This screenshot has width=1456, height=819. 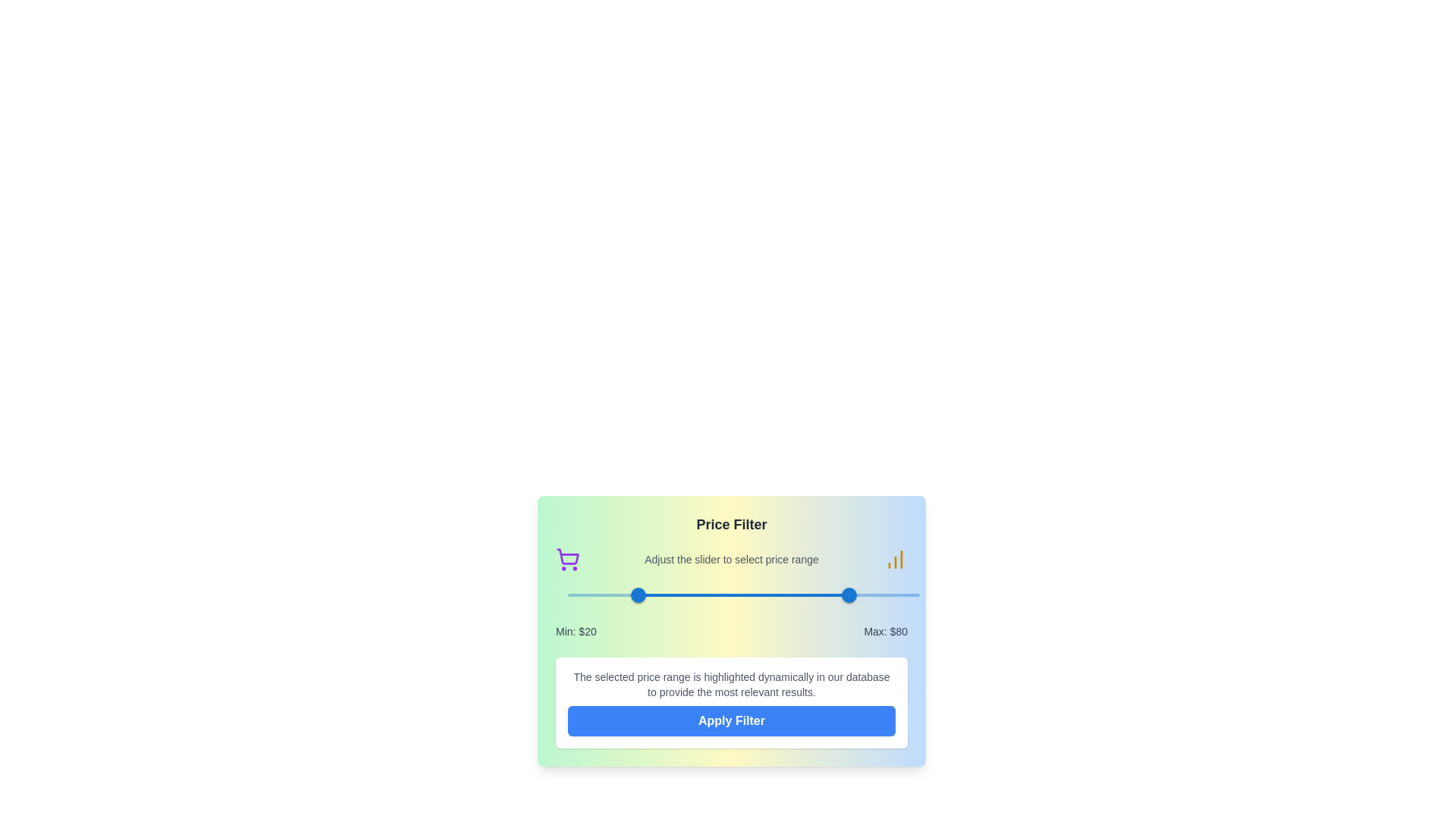 I want to click on the blue circular slider thumb with the label '20', so click(x=638, y=595).